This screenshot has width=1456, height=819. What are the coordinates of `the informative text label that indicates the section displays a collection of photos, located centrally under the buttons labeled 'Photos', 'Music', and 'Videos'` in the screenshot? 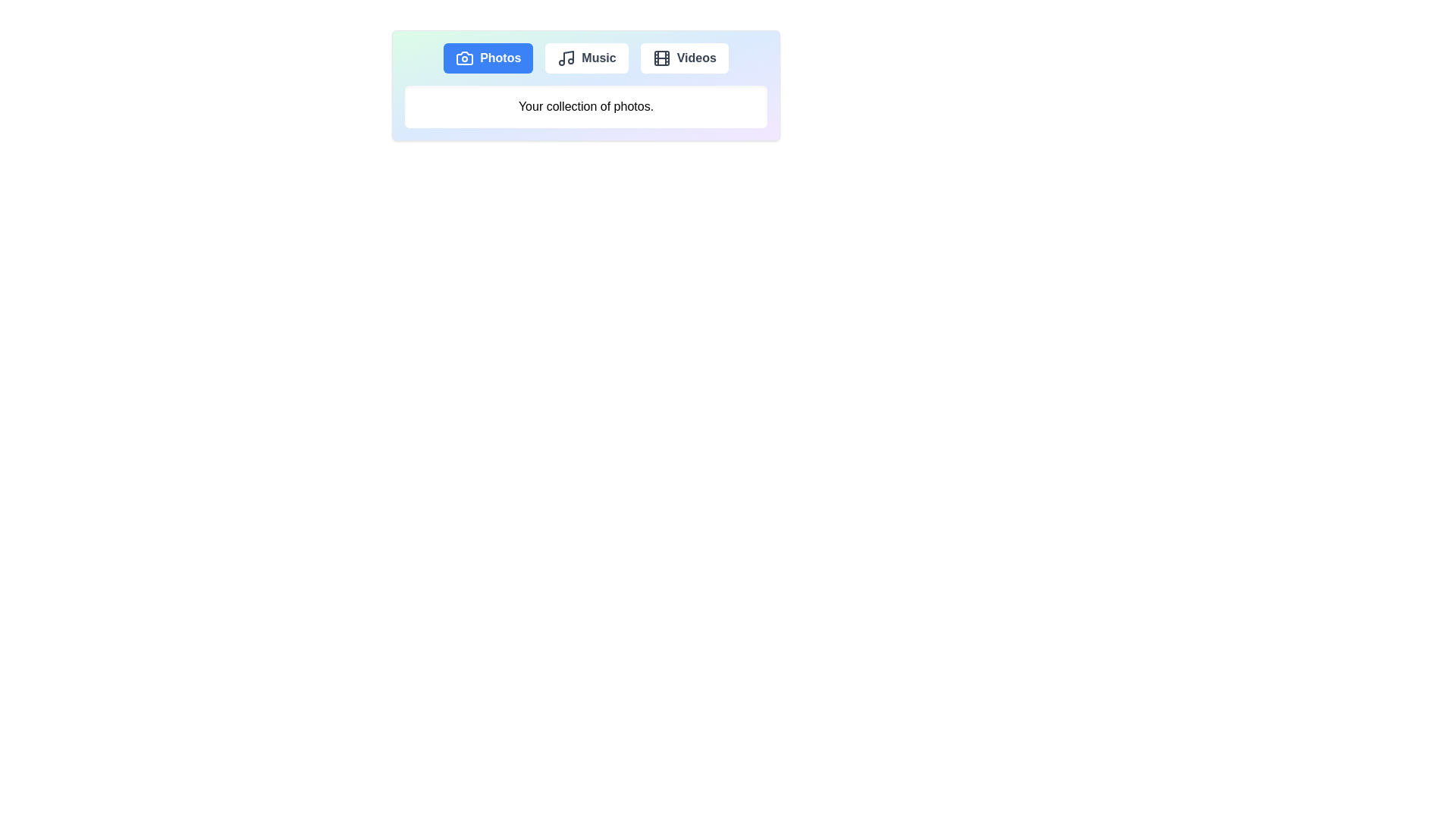 It's located at (585, 106).